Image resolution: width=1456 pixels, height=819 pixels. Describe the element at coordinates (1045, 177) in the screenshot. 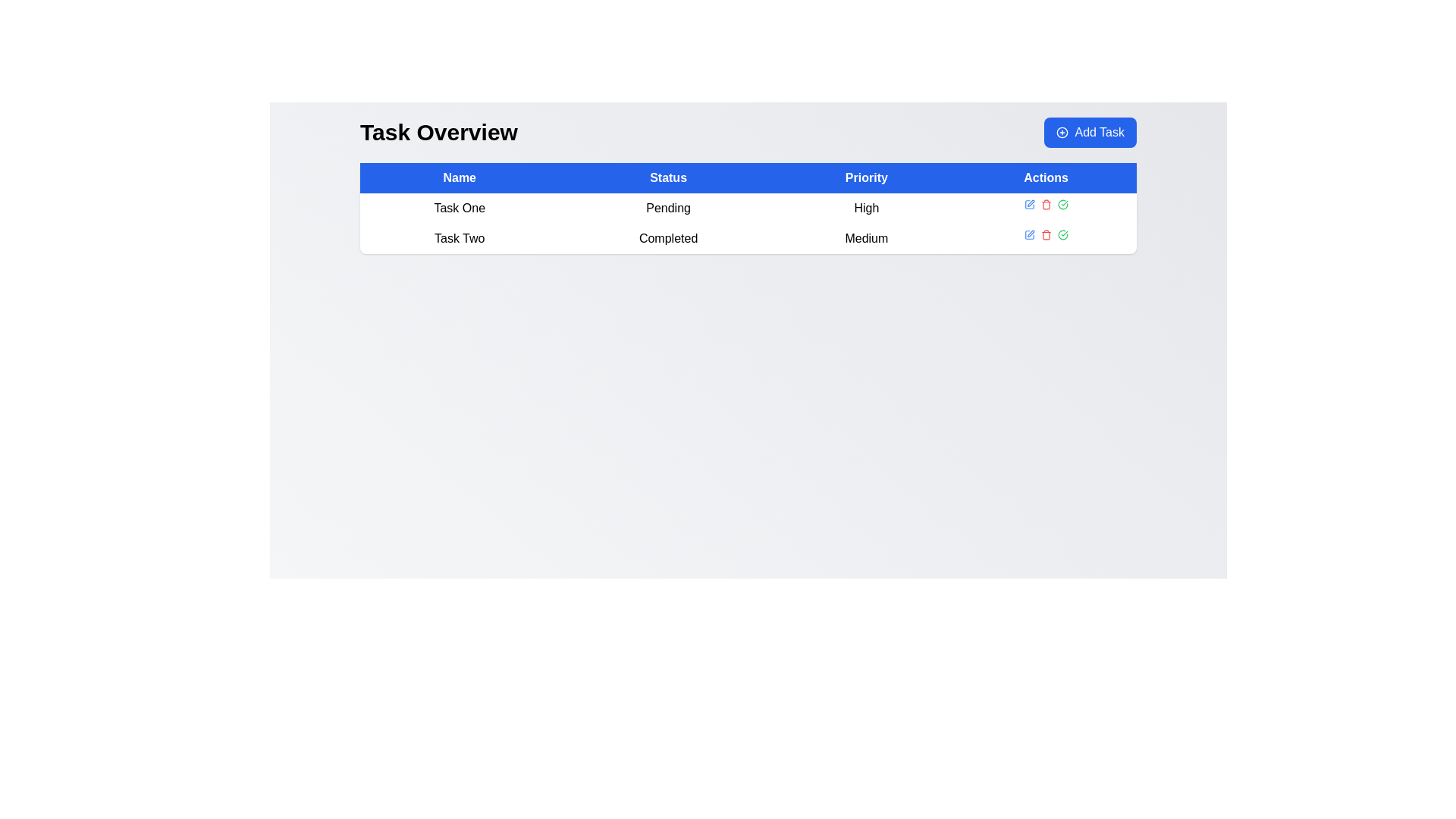

I see `the Table Header Cell labeled 'Actions', which is the fourth header cell in the top-right section of the table, featuring white capitalized text on a blue background` at that location.